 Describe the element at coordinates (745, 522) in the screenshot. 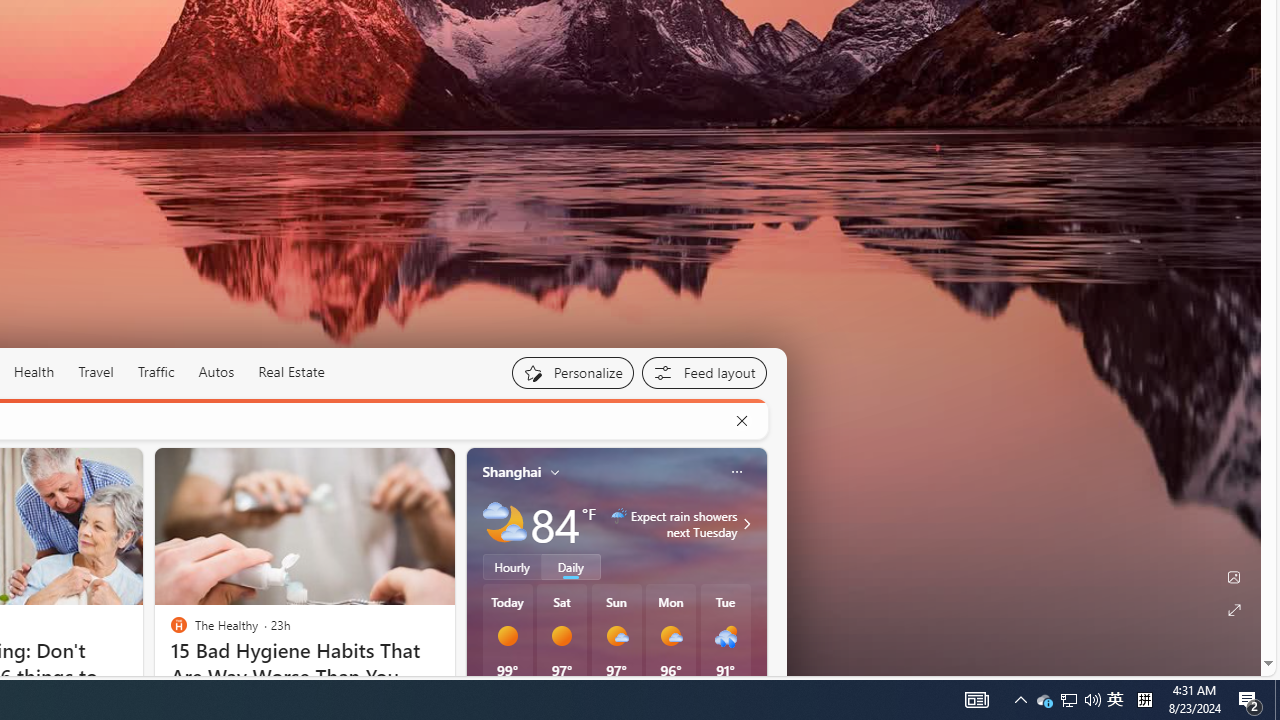

I see `'Class: weather-arrow-glyph'` at that location.